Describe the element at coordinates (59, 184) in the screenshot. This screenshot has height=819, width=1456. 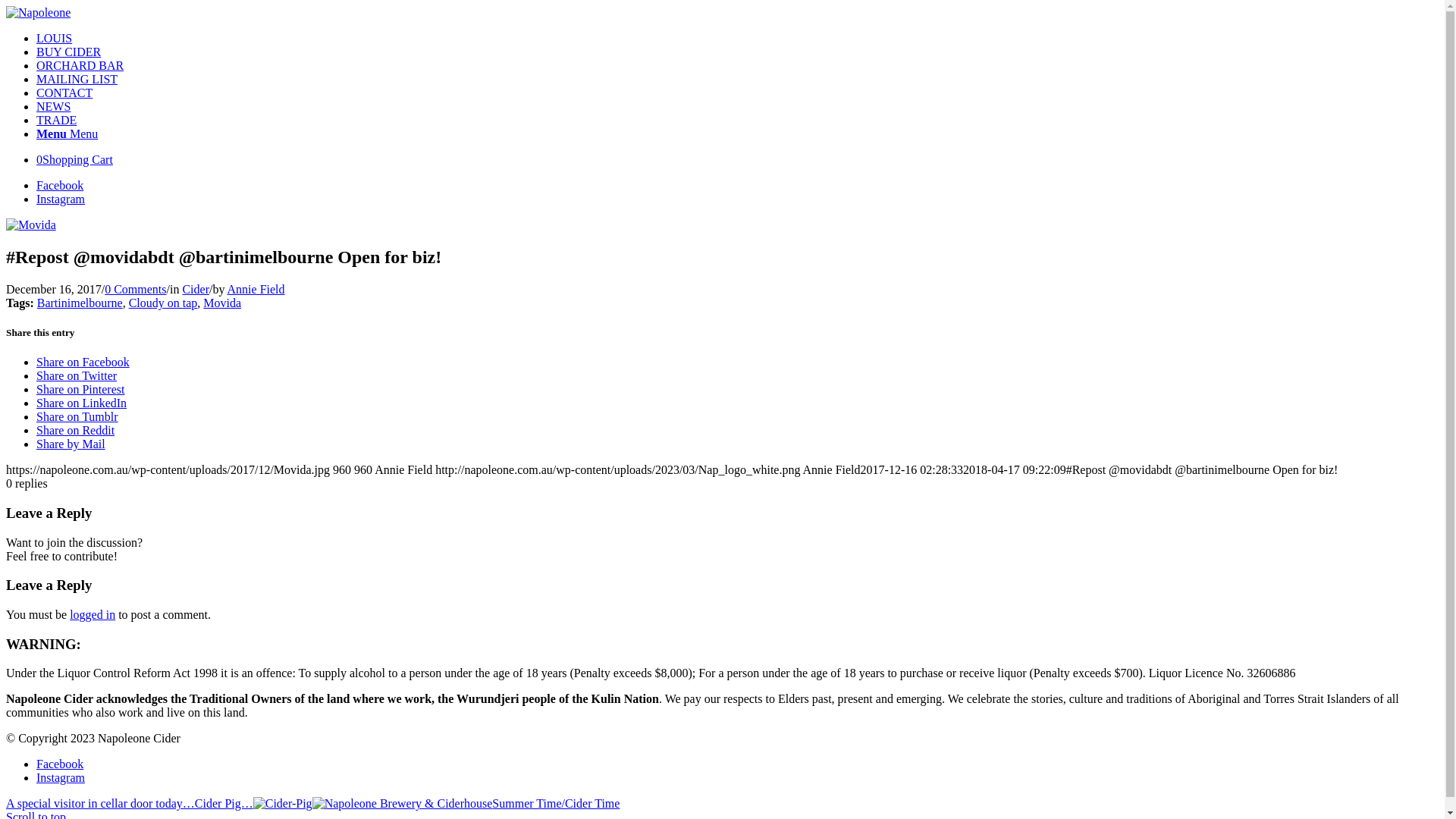
I see `'Facebook'` at that location.